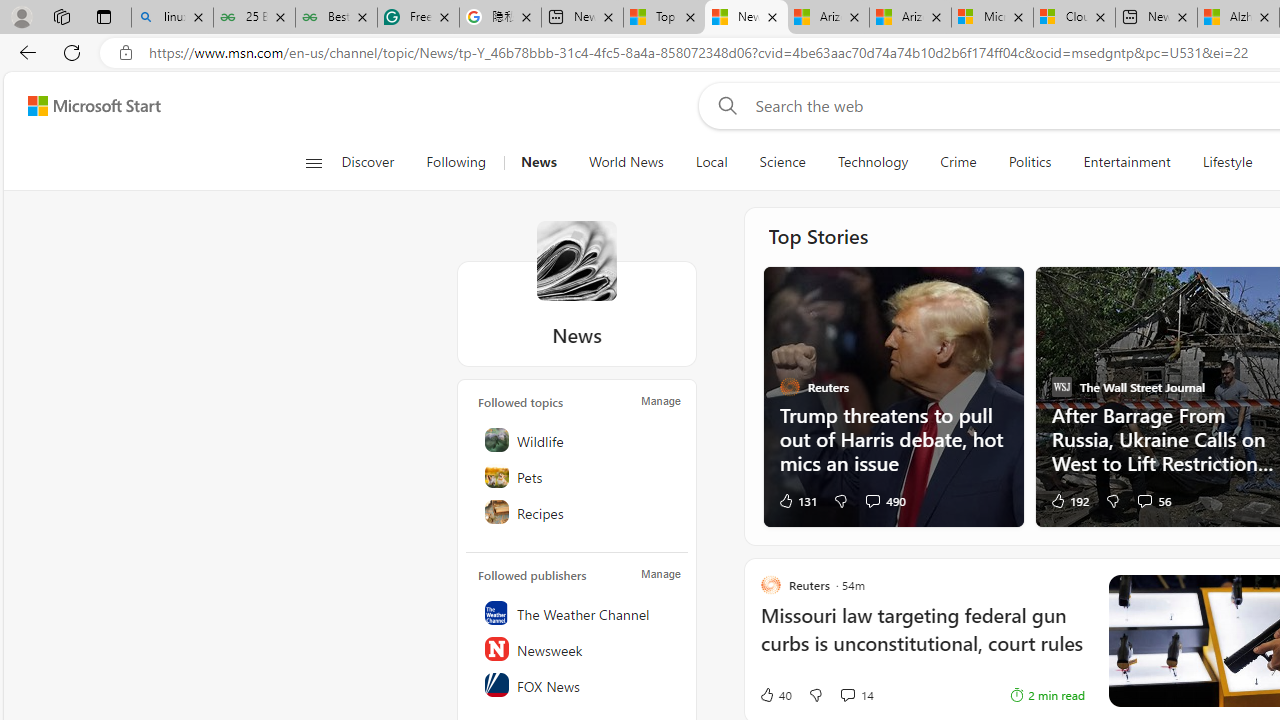  What do you see at coordinates (417, 17) in the screenshot?
I see `'Free AI Writing Assistance for Students | Grammarly'` at bounding box center [417, 17].